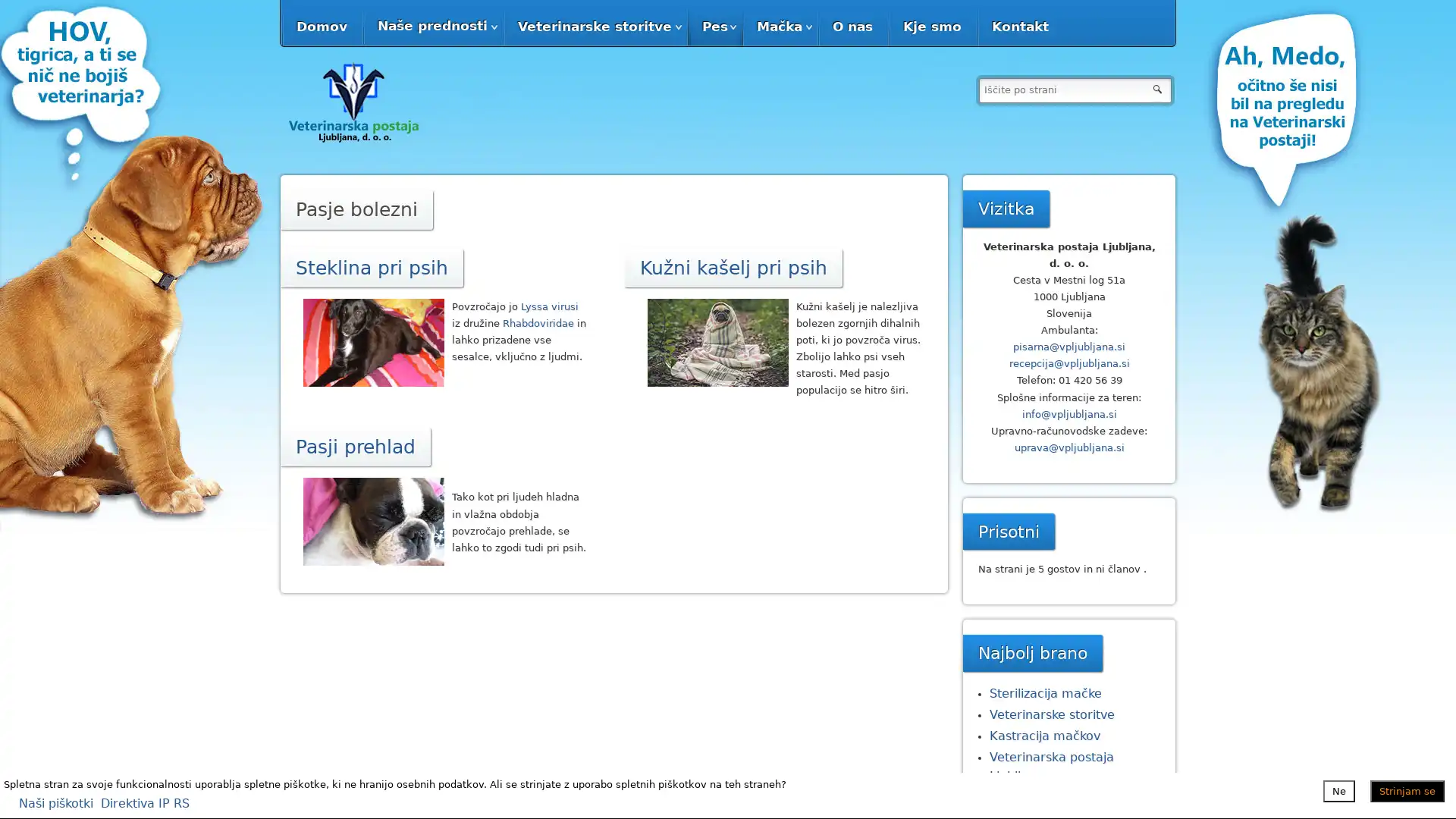 The height and width of the screenshot is (819, 1456). I want to click on Strinjam se, so click(1407, 789).